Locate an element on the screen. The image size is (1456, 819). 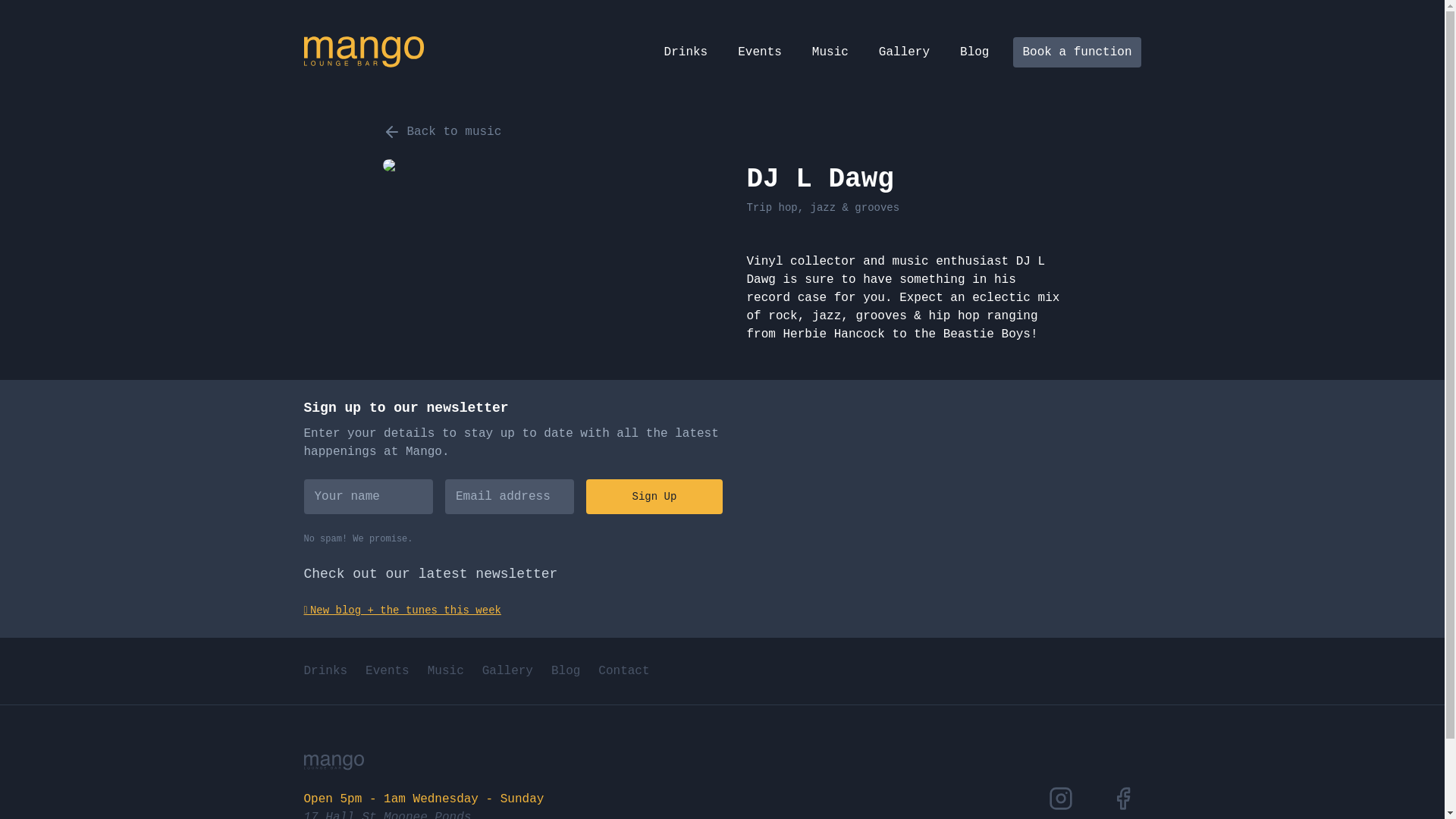
'Contact' is located at coordinates (623, 670).